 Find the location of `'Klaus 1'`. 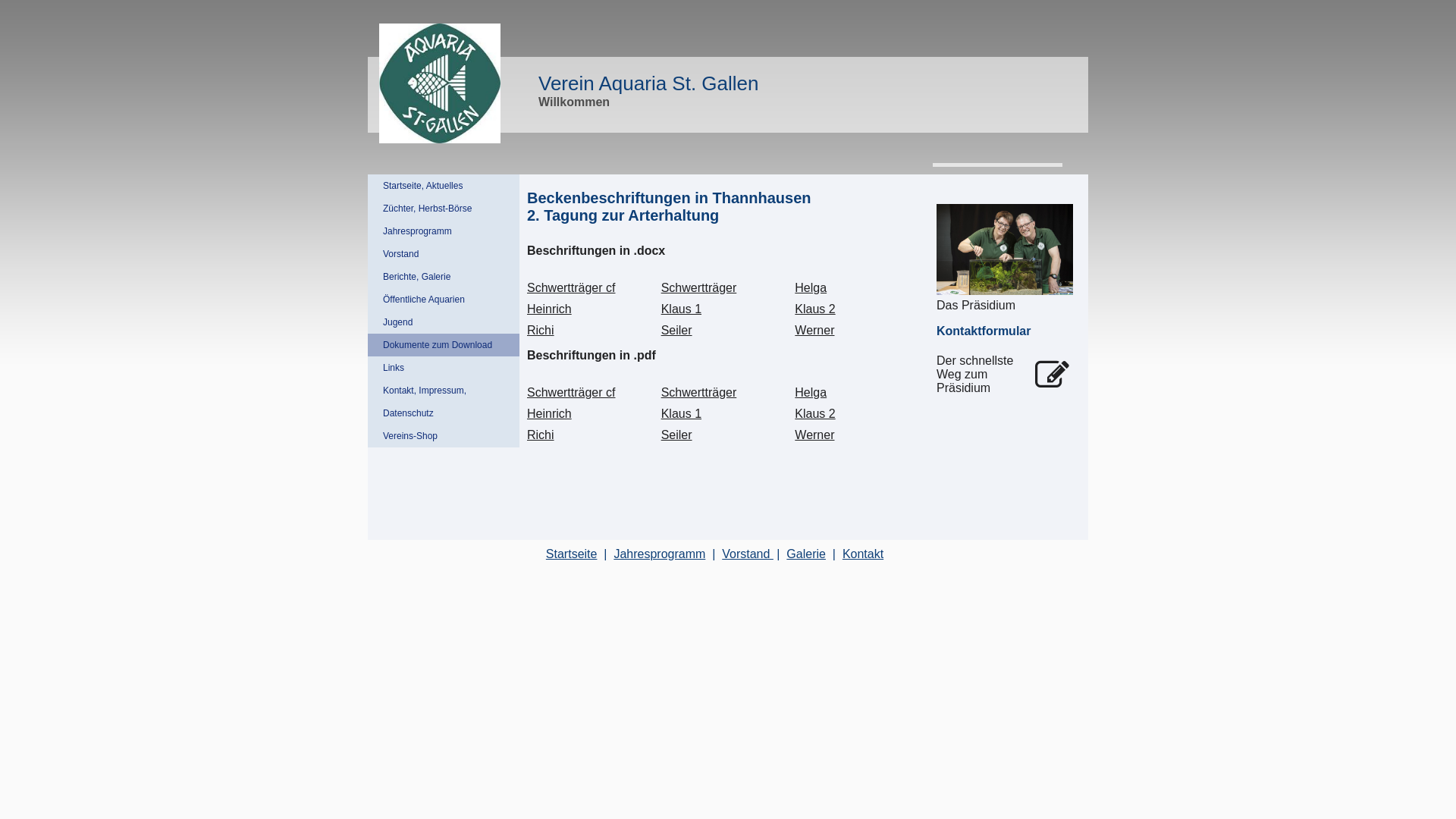

'Klaus 1' is located at coordinates (661, 308).